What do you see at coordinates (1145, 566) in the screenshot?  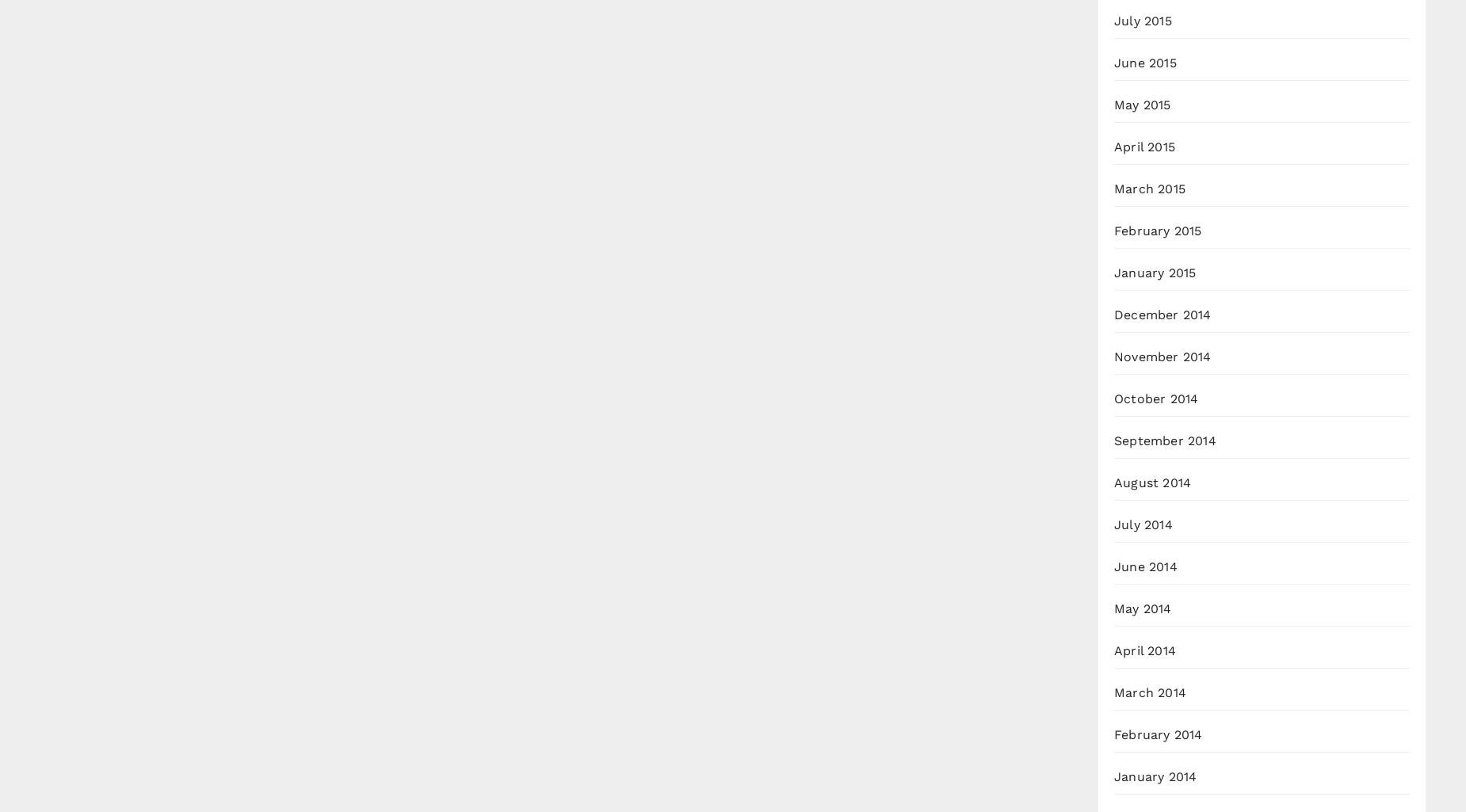 I see `'June 2014'` at bounding box center [1145, 566].